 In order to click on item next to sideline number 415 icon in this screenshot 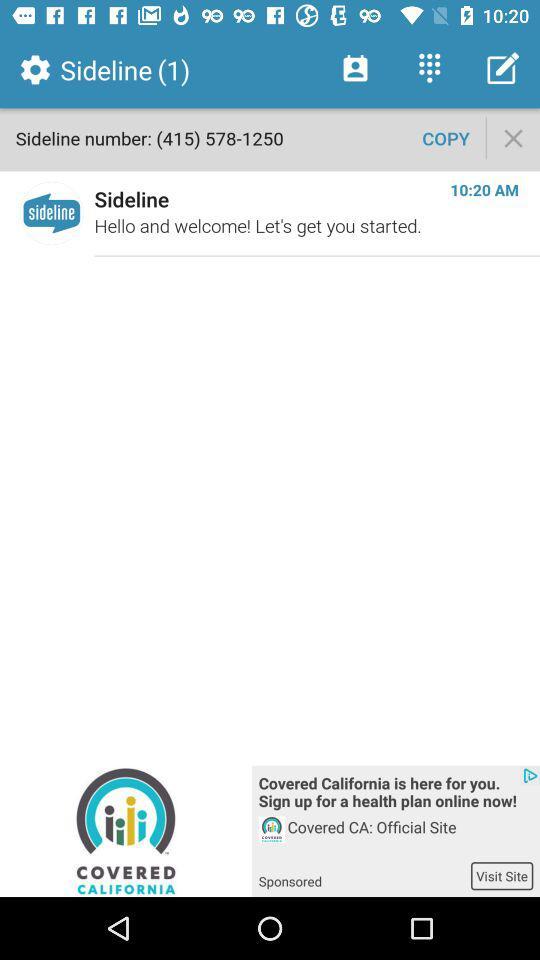, I will do `click(446, 137)`.